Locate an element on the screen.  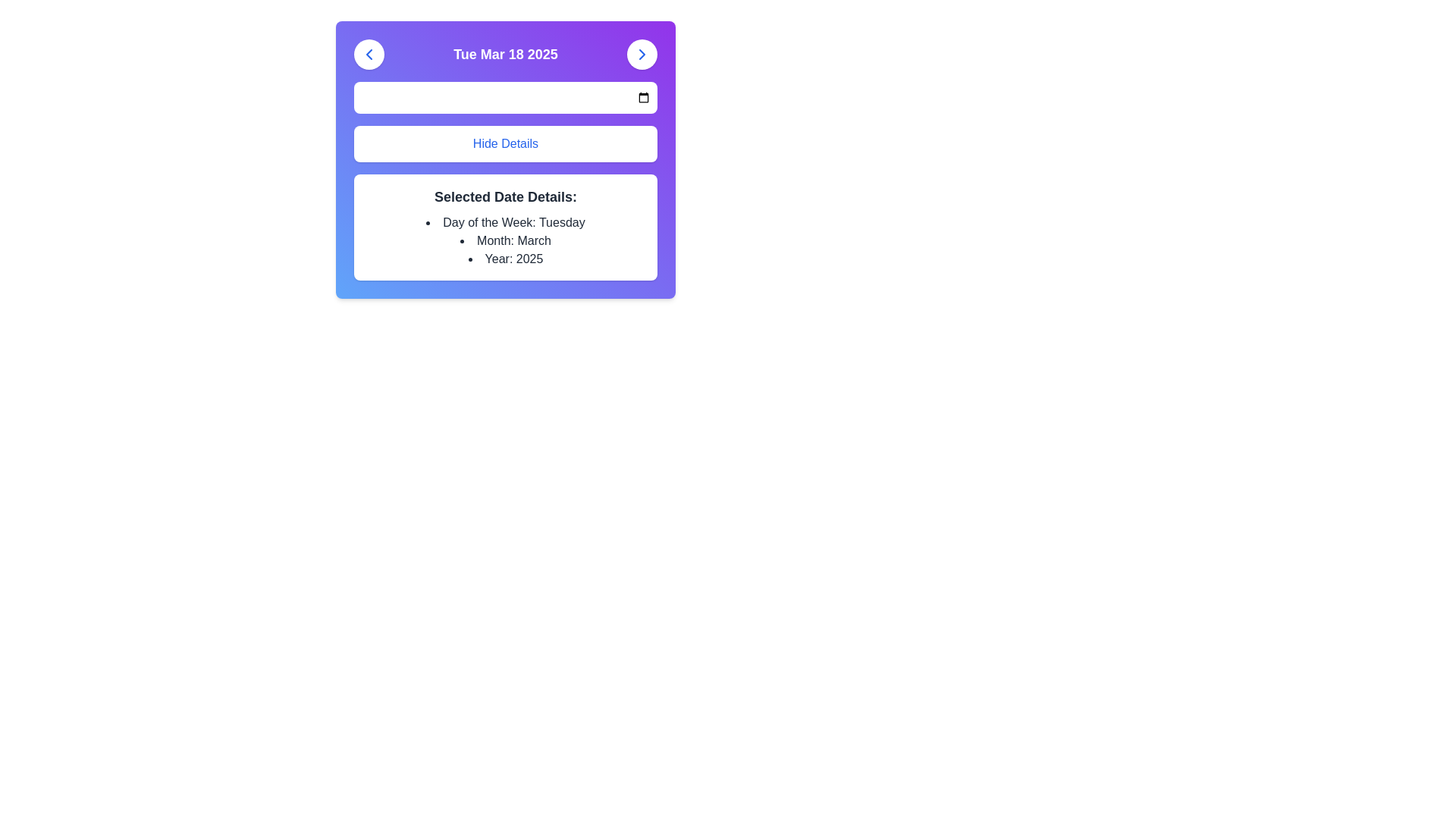
the small right-facing chevron icon within the rounded button is located at coordinates (642, 54).